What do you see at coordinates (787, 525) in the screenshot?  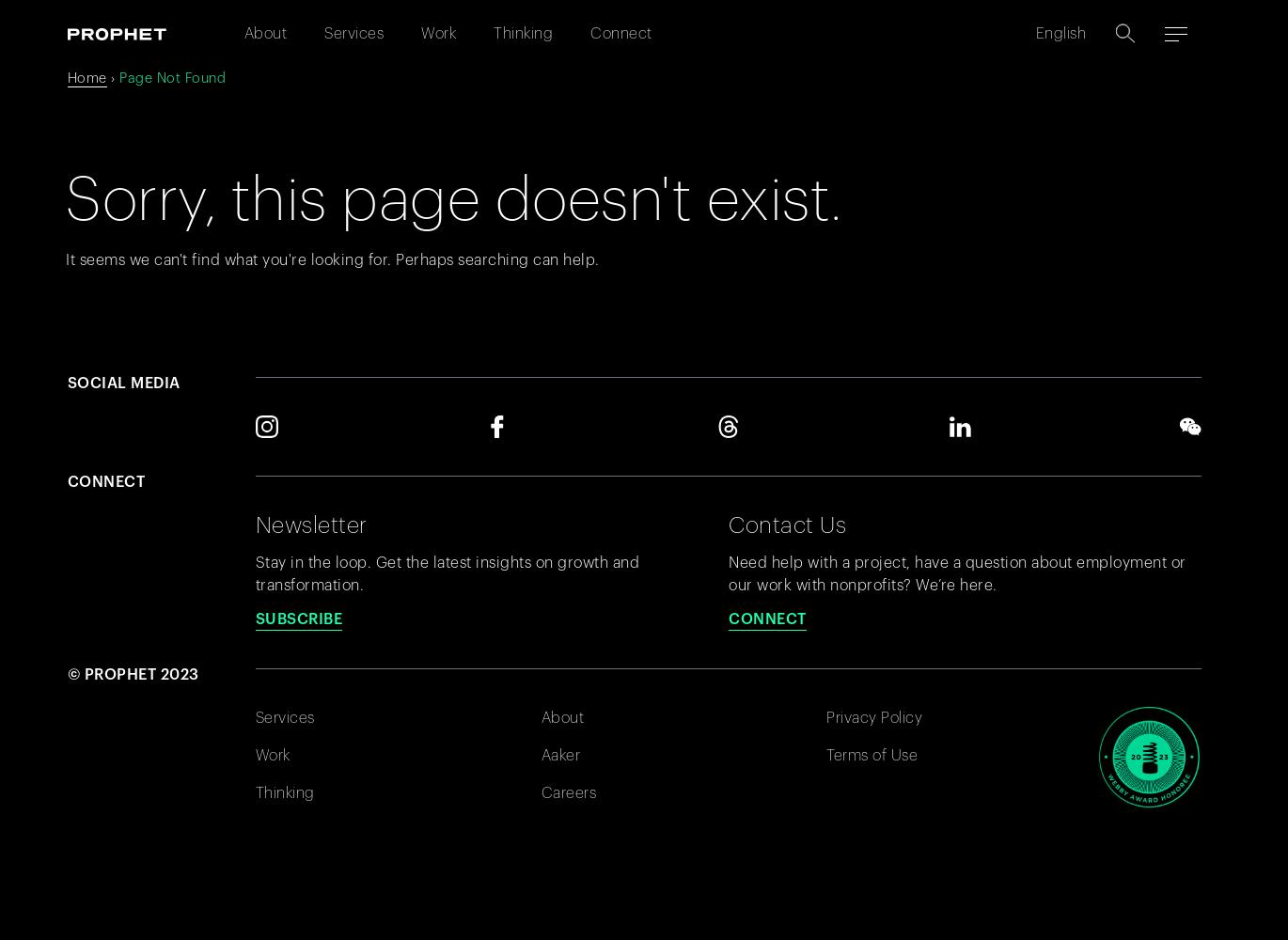 I see `'Contact Us'` at bounding box center [787, 525].